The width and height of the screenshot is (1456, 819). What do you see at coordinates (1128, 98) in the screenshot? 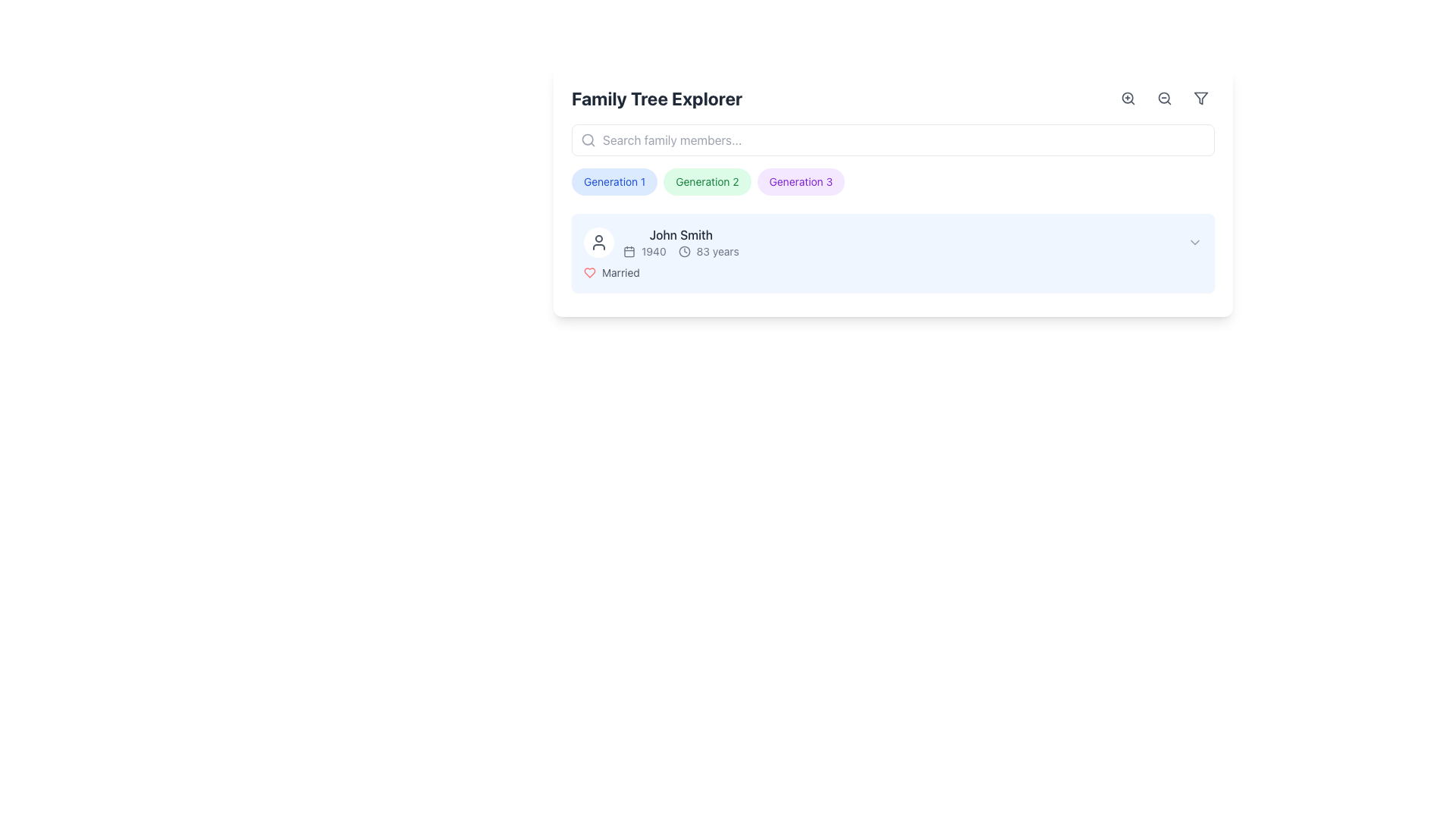
I see `the SVG circle element representing the 'zoom in' option located at the center of the magnifying glass icon in the top right UI section` at bounding box center [1128, 98].